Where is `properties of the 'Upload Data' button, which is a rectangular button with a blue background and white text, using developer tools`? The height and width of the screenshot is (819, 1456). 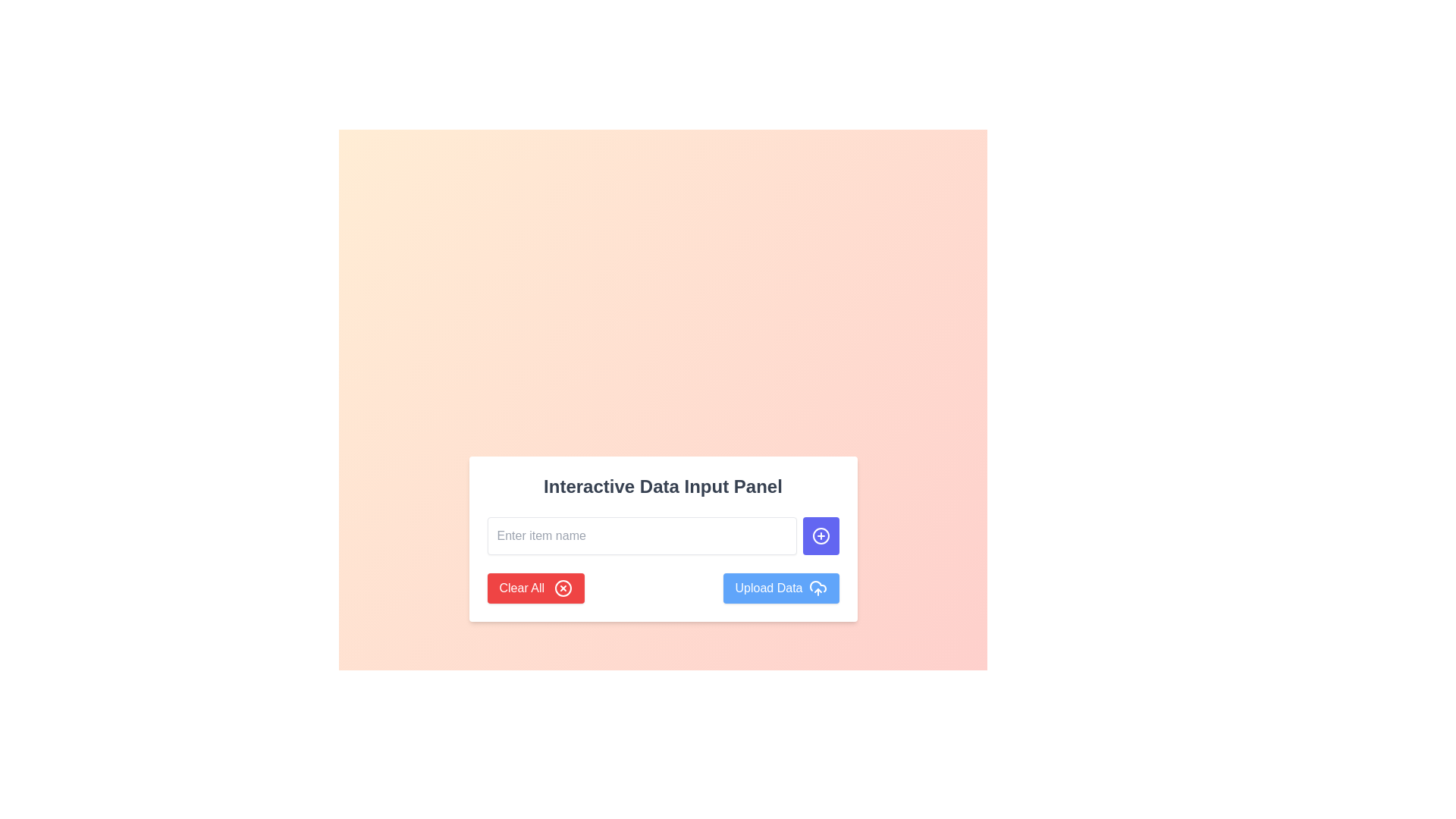
properties of the 'Upload Data' button, which is a rectangular button with a blue background and white text, using developer tools is located at coordinates (781, 587).